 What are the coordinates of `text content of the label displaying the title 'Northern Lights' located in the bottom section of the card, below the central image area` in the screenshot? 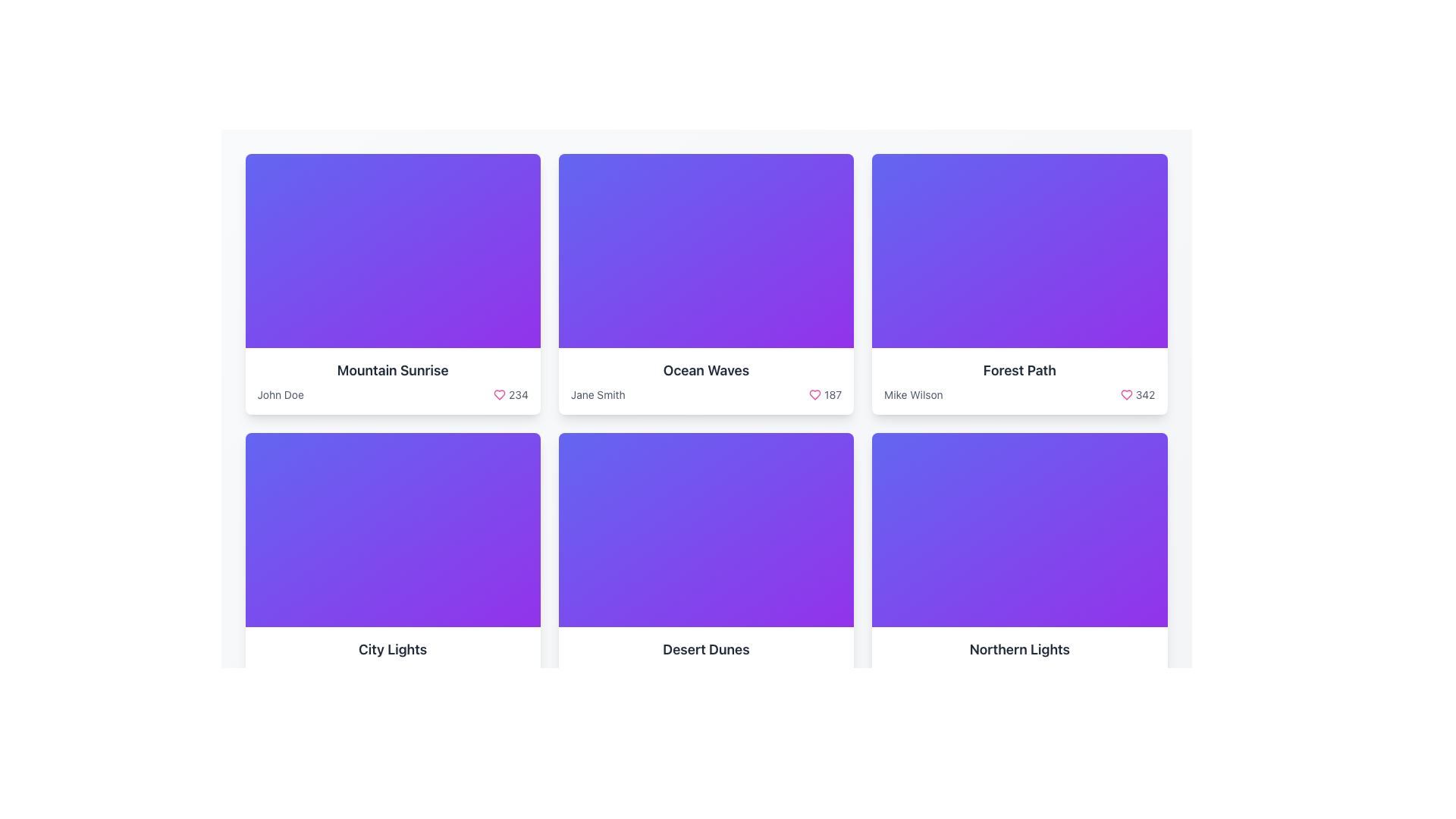 It's located at (1019, 660).